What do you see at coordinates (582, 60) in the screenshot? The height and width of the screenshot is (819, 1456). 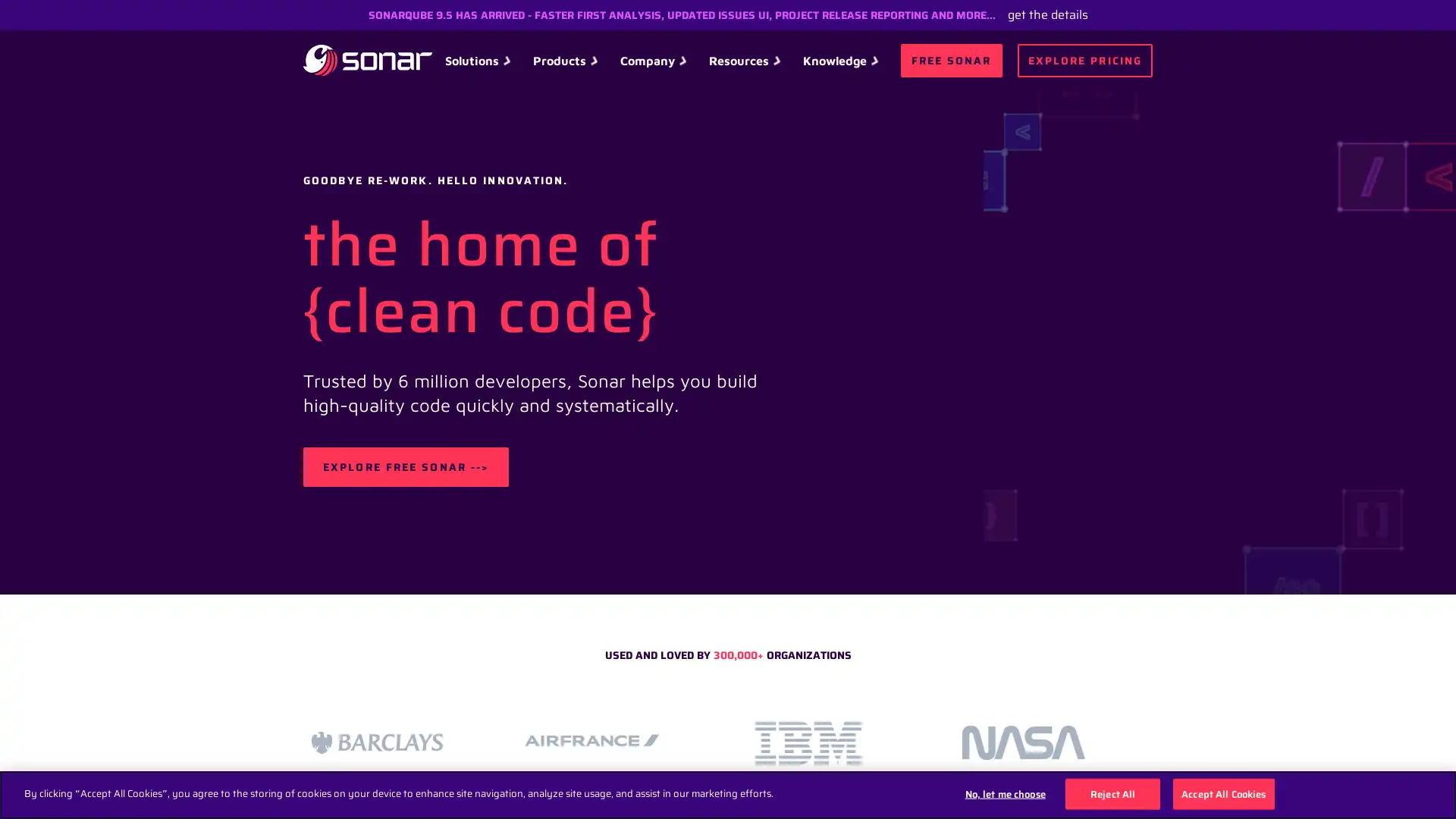 I see `Products` at bounding box center [582, 60].